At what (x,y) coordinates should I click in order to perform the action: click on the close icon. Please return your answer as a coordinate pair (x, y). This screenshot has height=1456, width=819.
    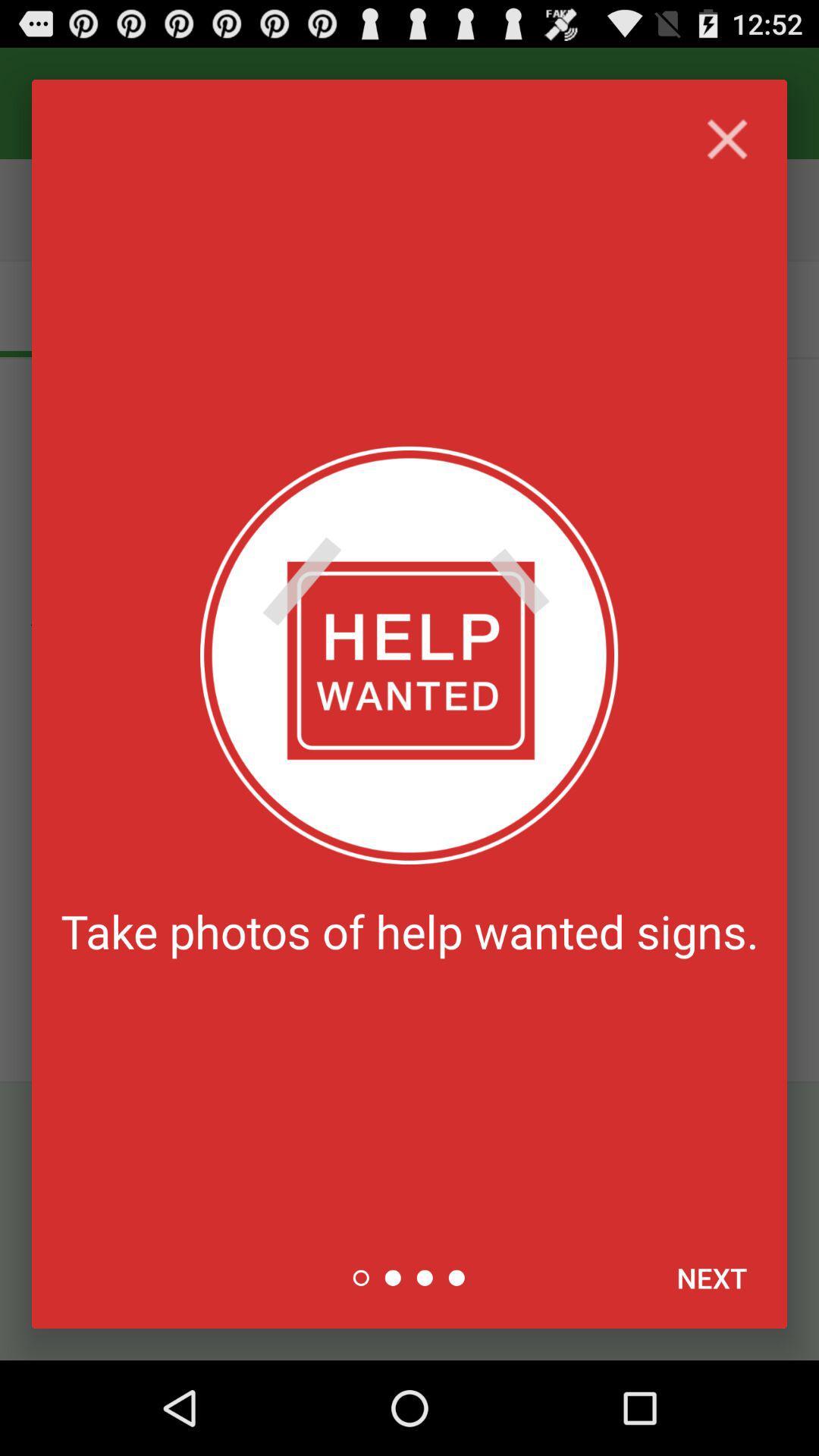
    Looking at the image, I should click on (726, 149).